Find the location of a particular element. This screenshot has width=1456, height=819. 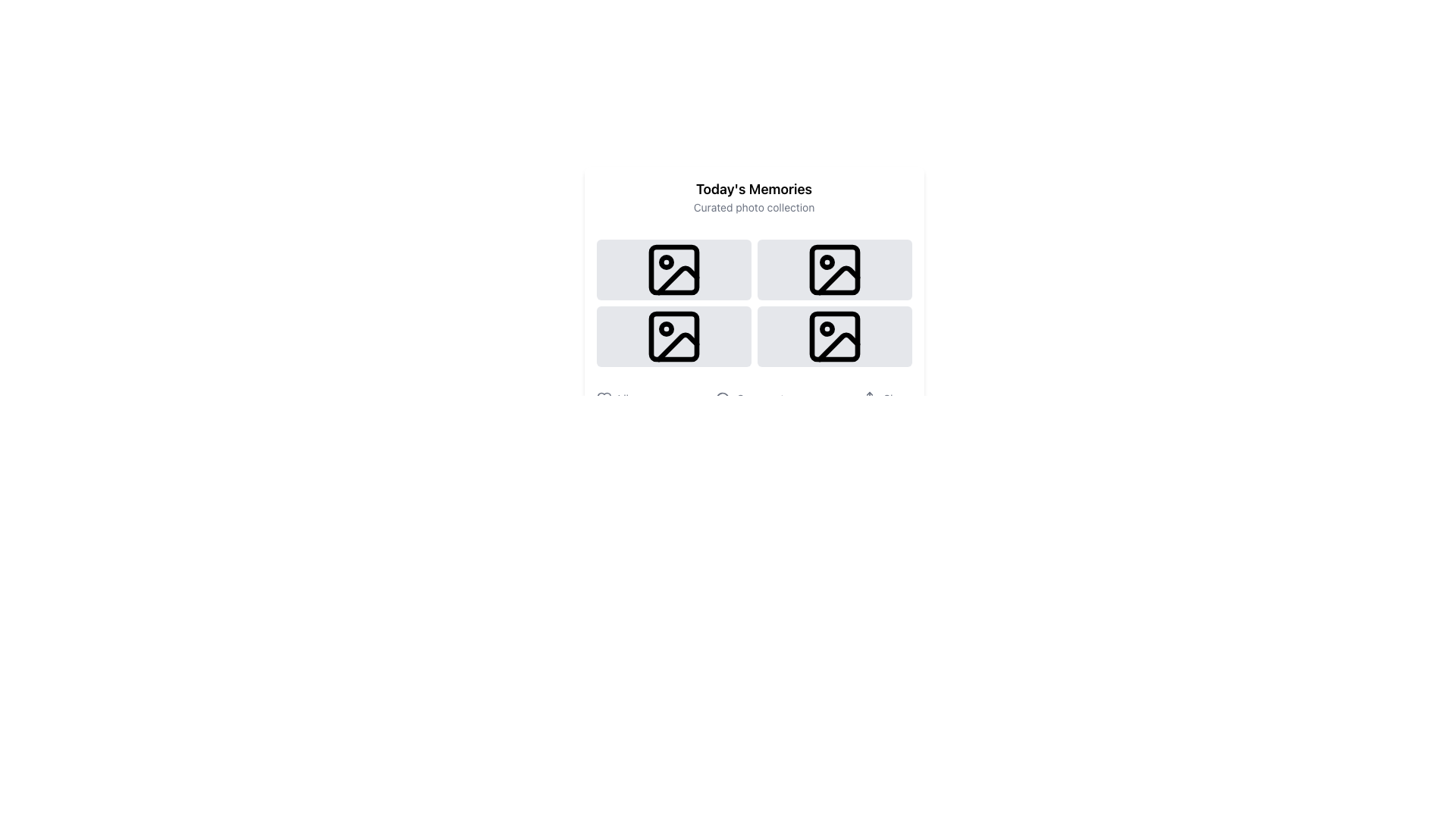

the 'Share' button located at the bottom-right of the interface is located at coordinates (886, 397).